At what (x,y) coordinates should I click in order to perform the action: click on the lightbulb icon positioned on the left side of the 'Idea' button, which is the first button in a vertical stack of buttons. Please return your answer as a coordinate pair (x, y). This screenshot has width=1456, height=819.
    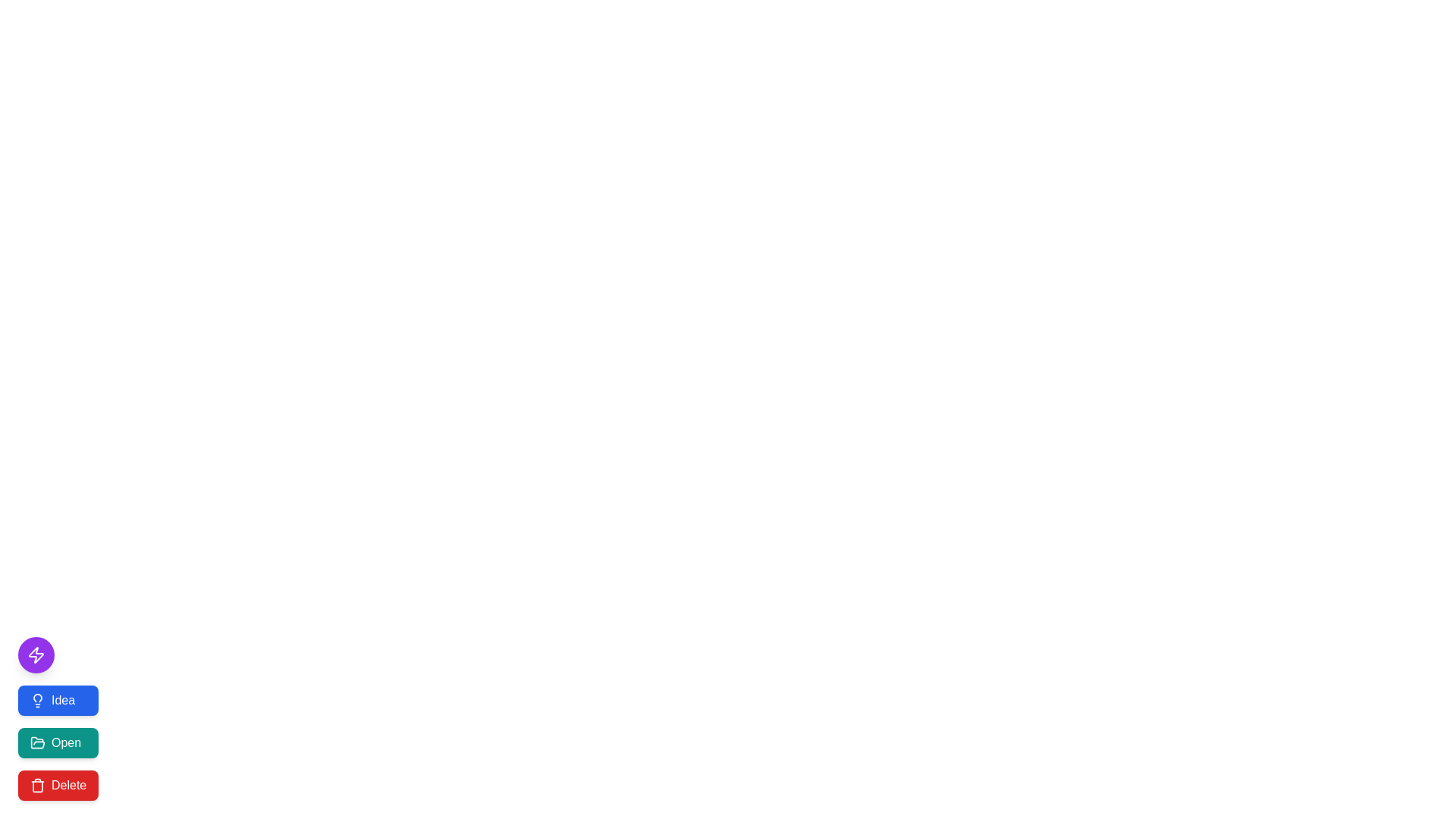
    Looking at the image, I should click on (37, 701).